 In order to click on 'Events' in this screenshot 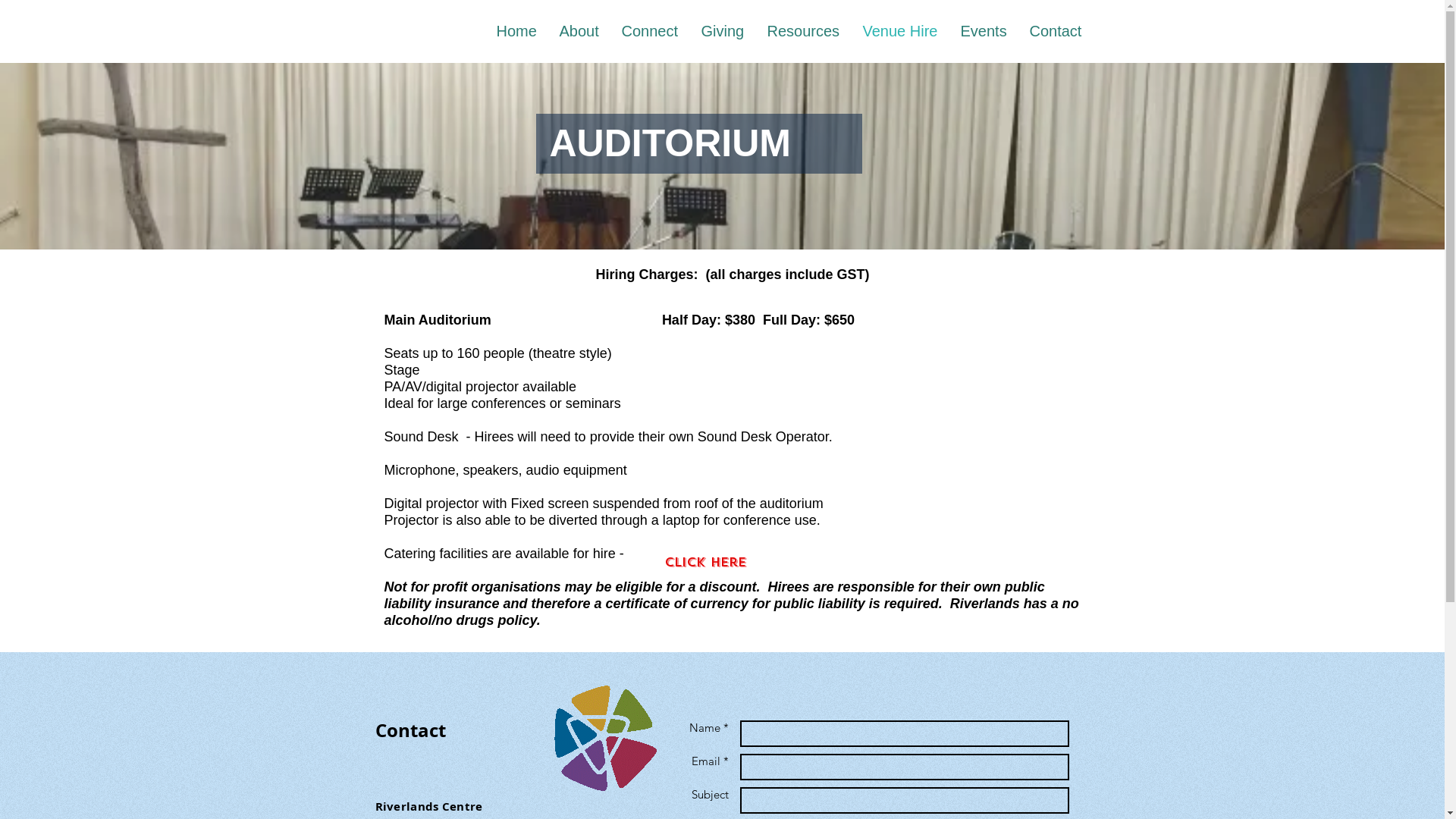, I will do `click(949, 31)`.